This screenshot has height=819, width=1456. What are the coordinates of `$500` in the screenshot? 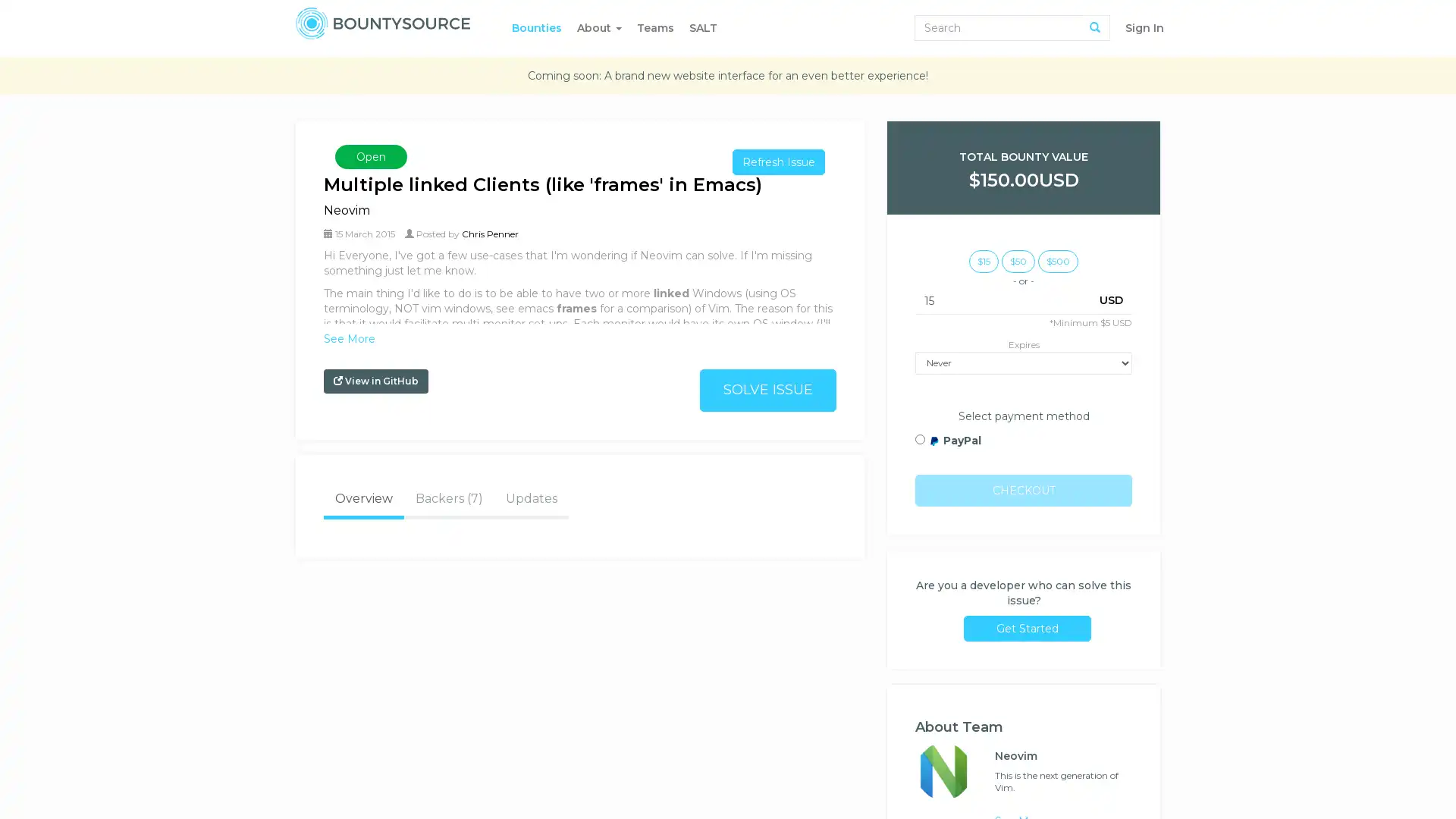 It's located at (1057, 259).